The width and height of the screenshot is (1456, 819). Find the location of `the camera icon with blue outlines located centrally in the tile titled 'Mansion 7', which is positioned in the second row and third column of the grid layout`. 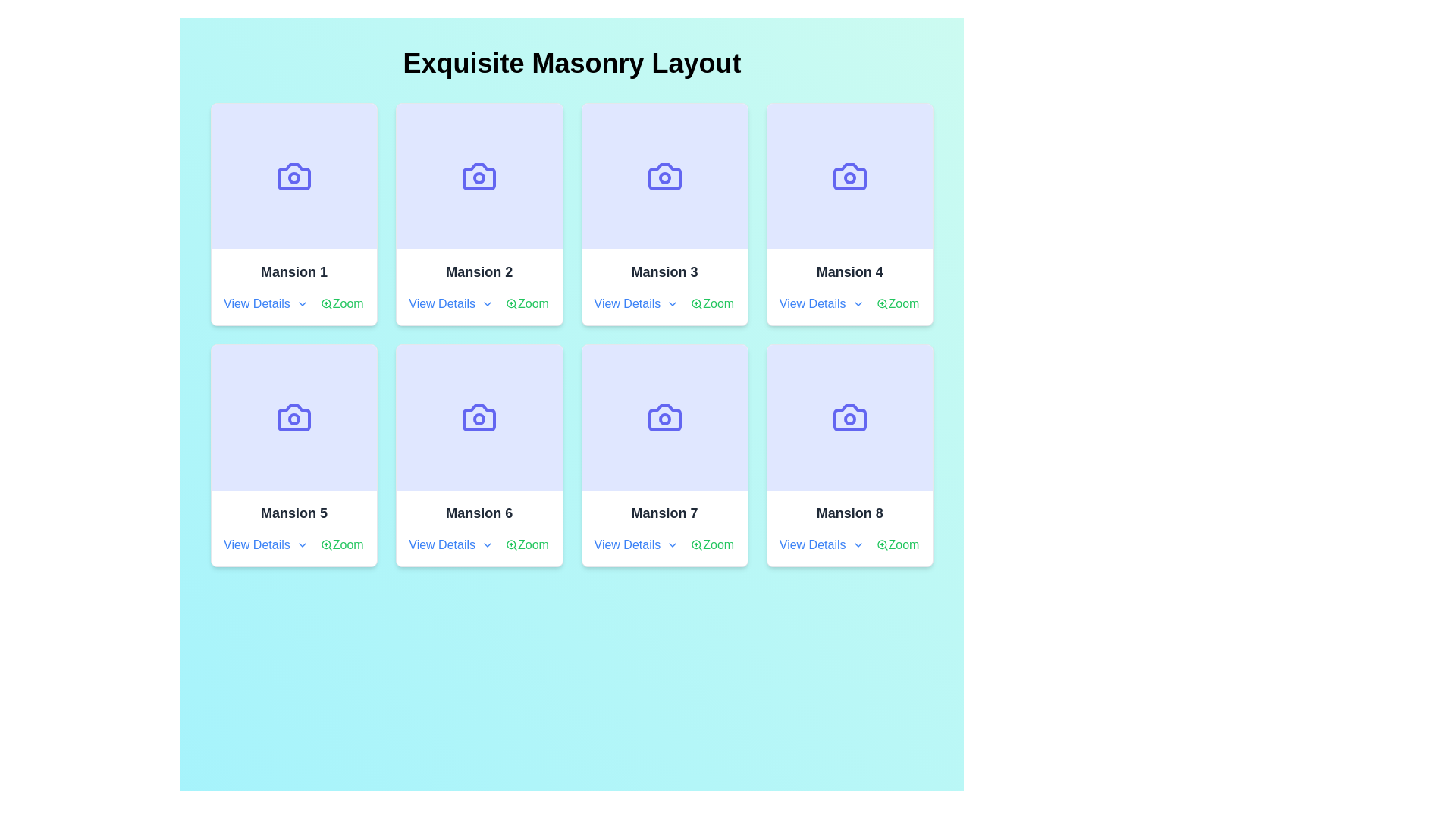

the camera icon with blue outlines located centrally in the tile titled 'Mansion 7', which is positioned in the second row and third column of the grid layout is located at coordinates (664, 418).